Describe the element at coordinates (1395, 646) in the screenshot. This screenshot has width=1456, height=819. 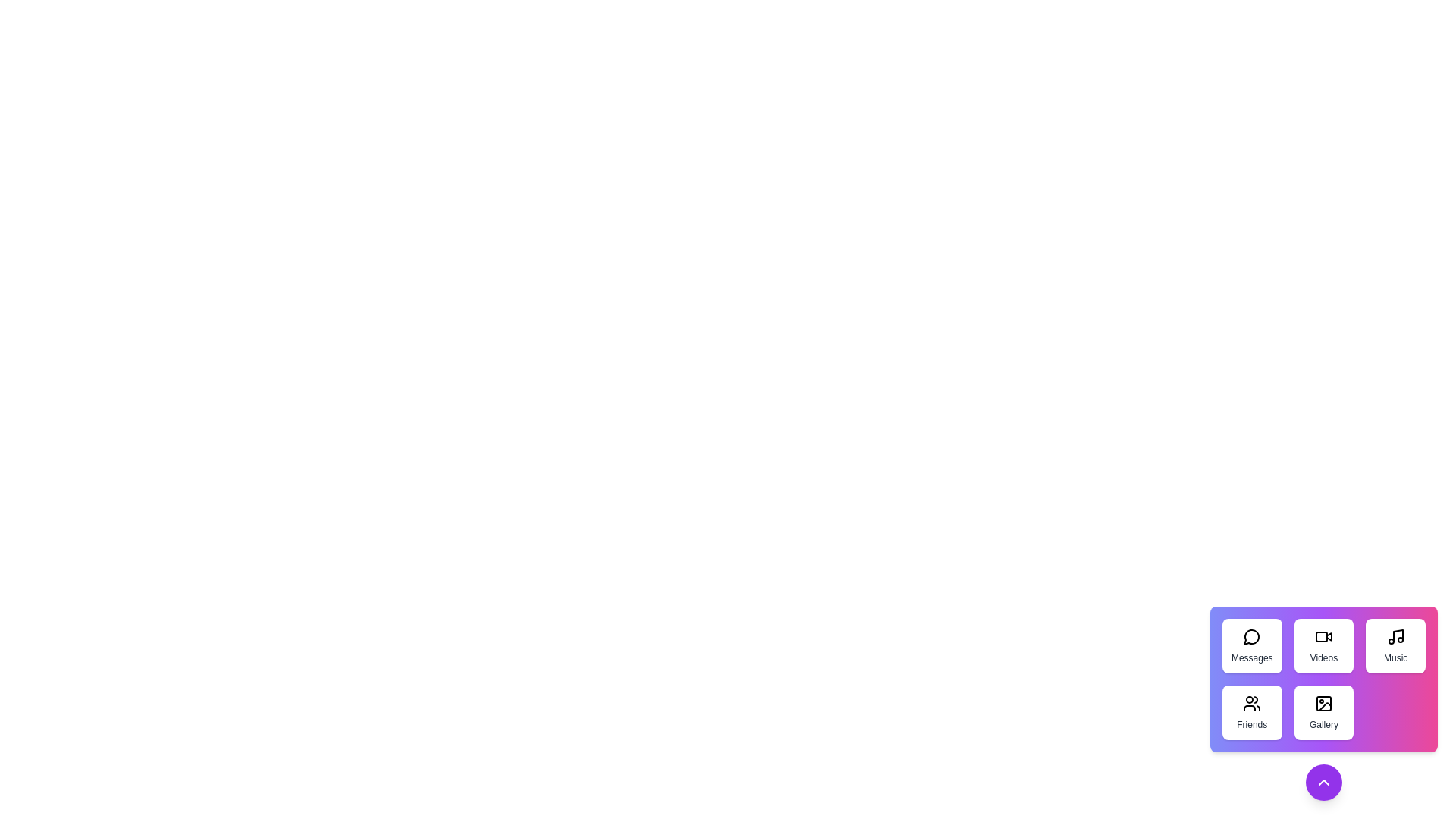
I see `the 'Music' button` at that location.